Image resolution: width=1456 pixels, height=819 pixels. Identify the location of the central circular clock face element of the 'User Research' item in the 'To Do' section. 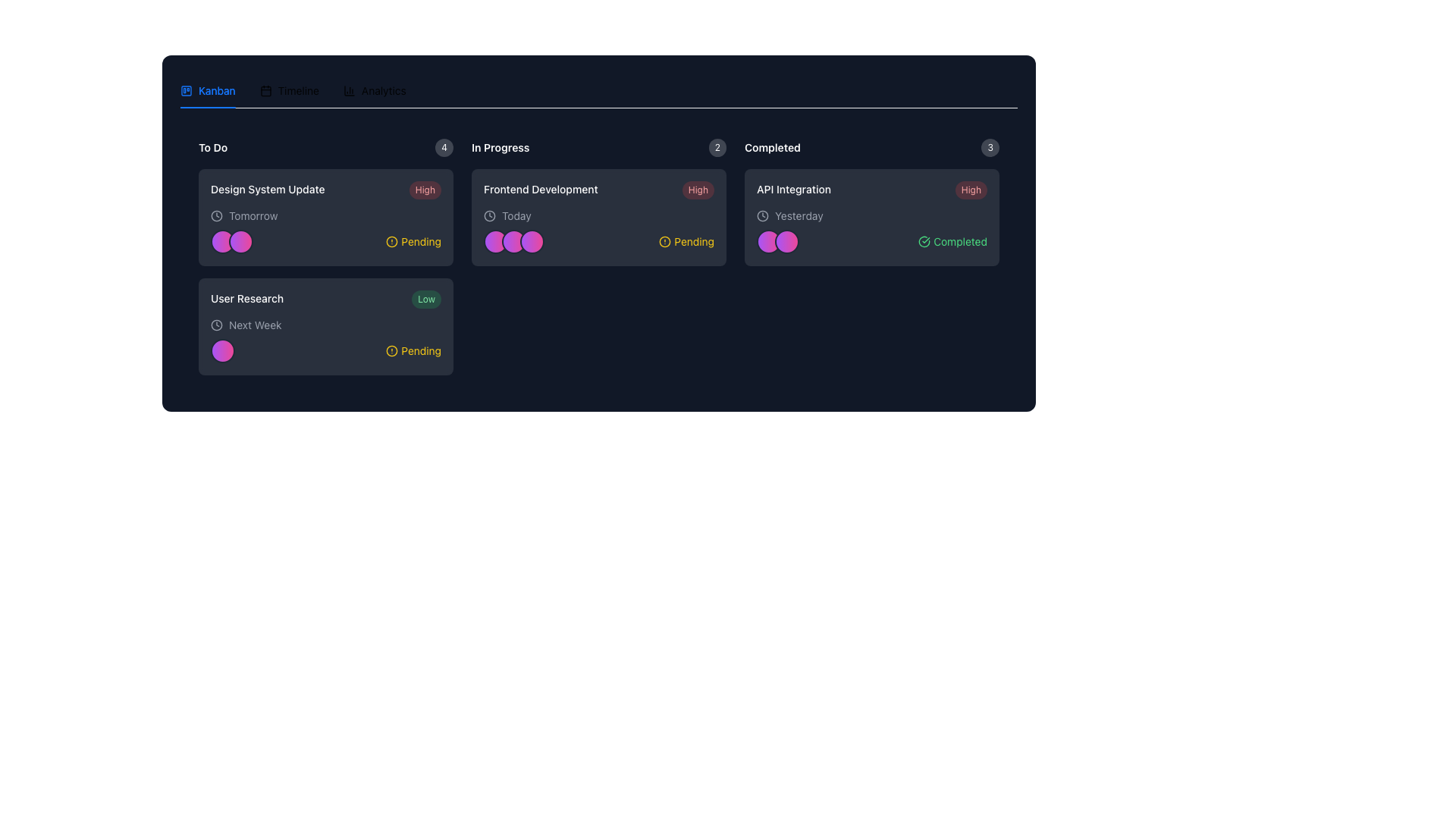
(216, 324).